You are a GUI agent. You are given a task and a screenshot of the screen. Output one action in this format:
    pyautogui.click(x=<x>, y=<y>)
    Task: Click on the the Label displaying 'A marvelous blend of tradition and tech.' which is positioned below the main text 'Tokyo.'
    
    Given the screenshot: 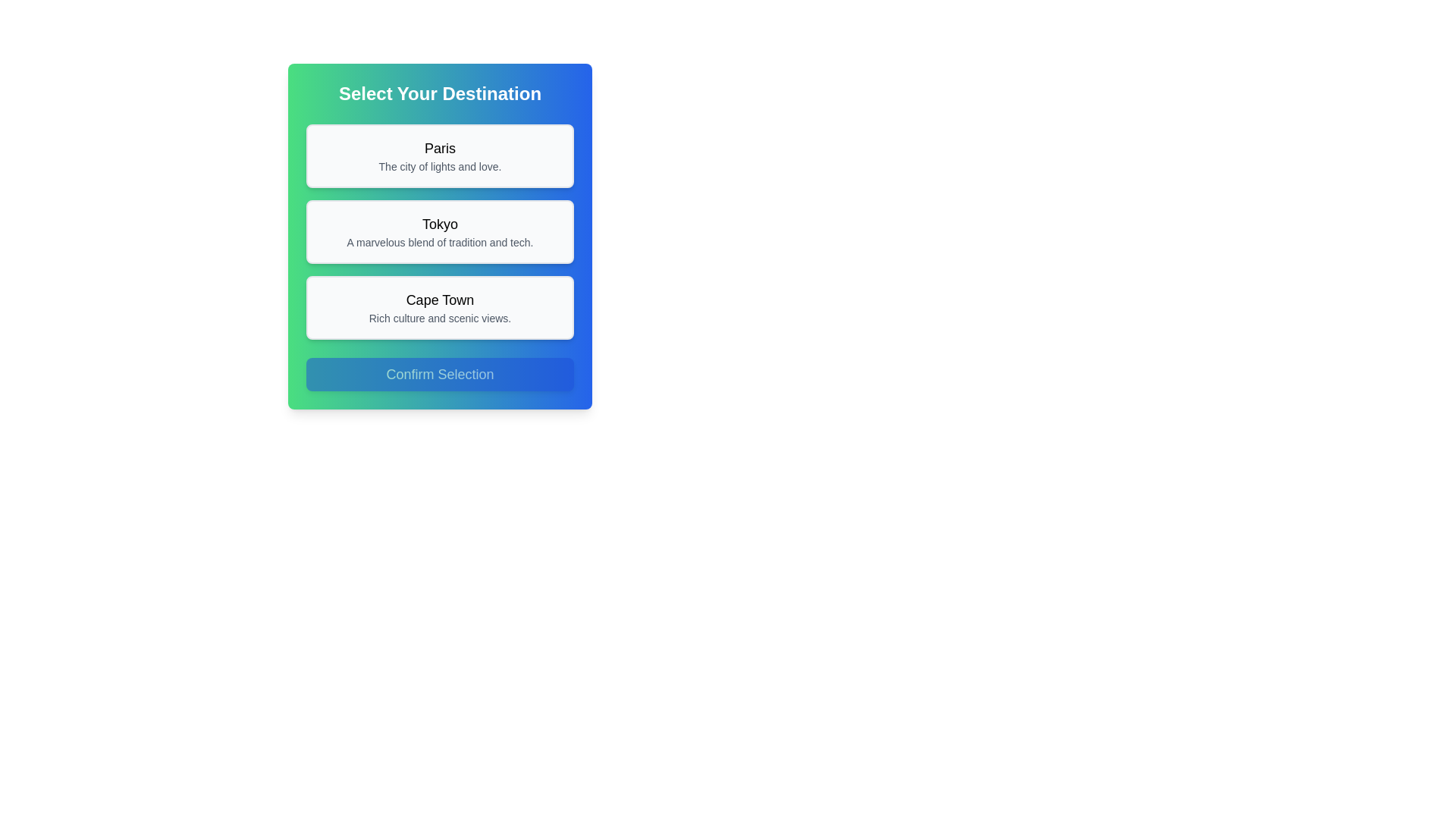 What is the action you would take?
    pyautogui.click(x=439, y=242)
    